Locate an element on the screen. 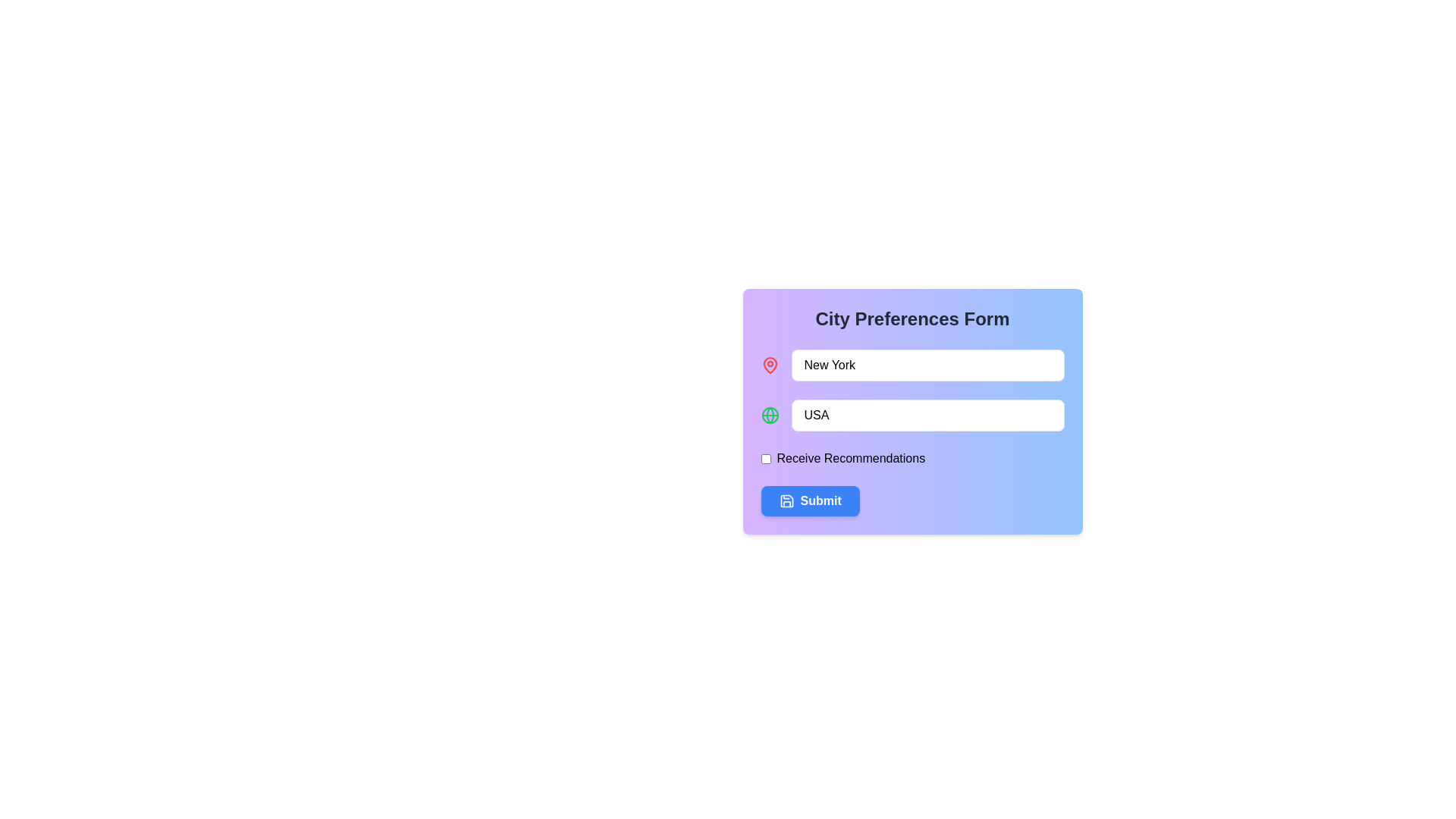 The height and width of the screenshot is (819, 1456). the small rectangular checkbox positioned to the left of the 'Receive Recommendations' text for keyboard interaction is located at coordinates (765, 458).